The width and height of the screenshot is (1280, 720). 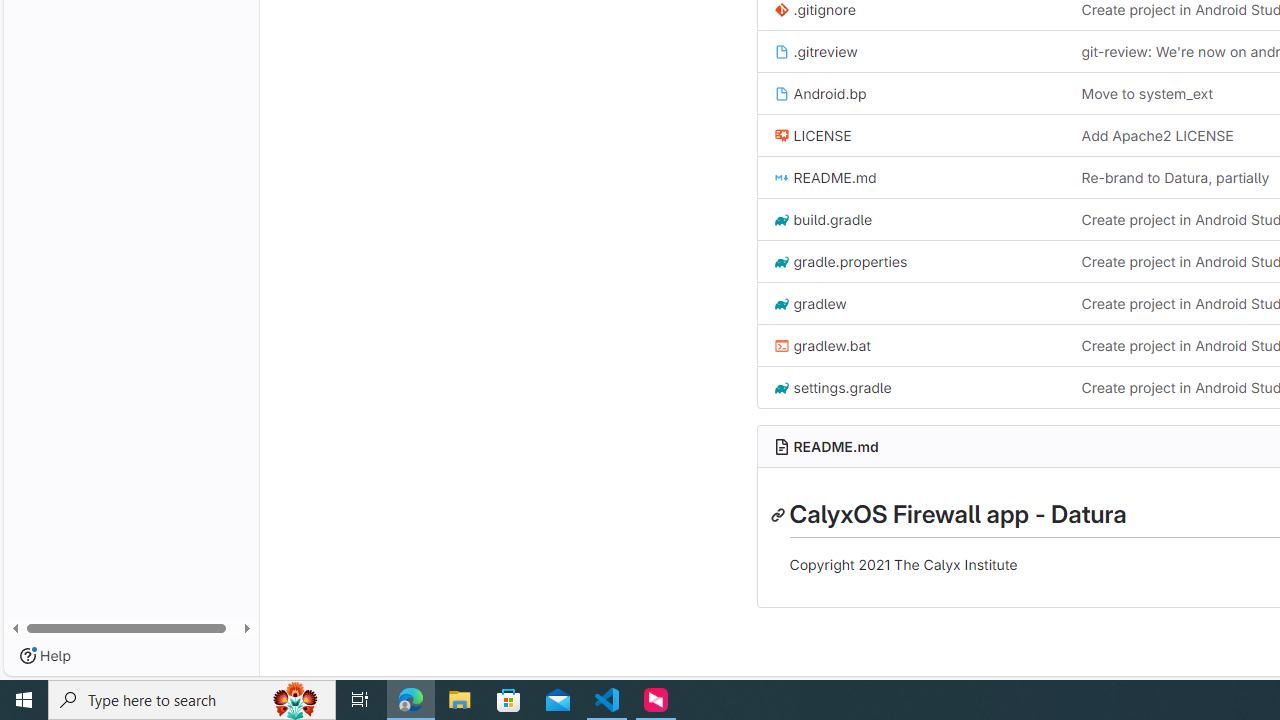 What do you see at coordinates (815, 50) in the screenshot?
I see `'.gitreview'` at bounding box center [815, 50].